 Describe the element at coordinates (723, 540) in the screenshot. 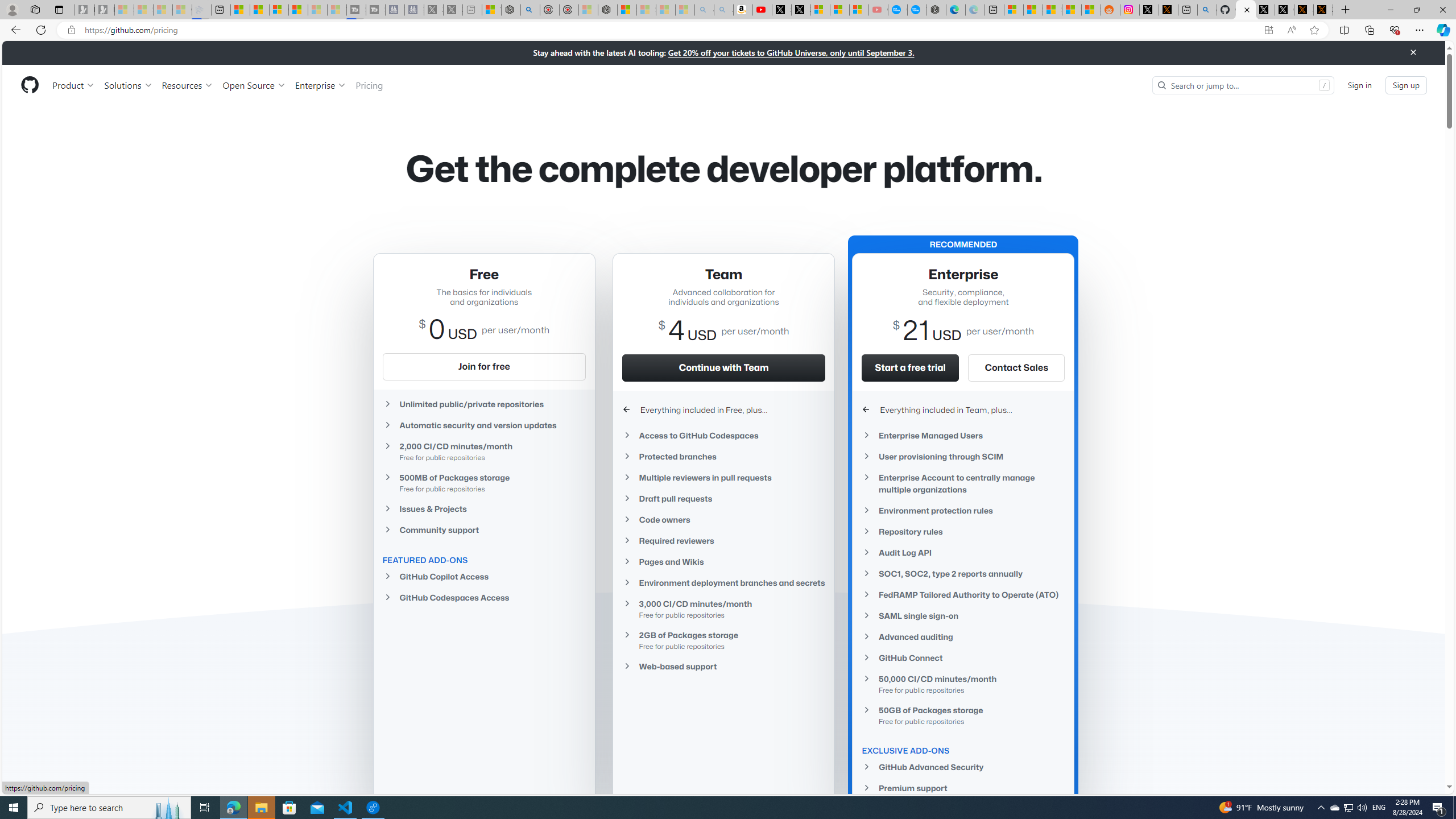

I see `'Required reviewers'` at that location.